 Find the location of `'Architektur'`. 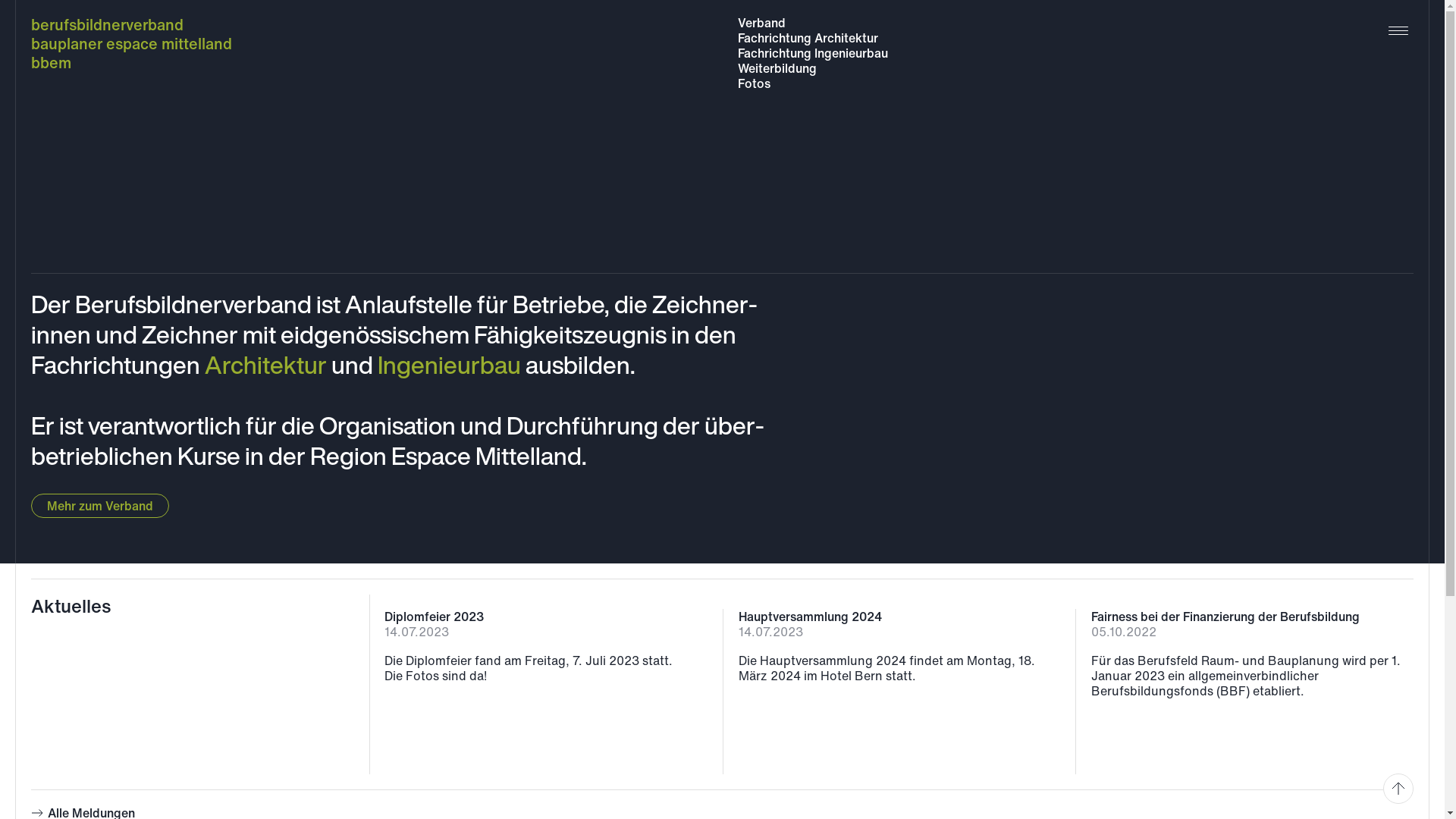

'Architektur' is located at coordinates (203, 365).